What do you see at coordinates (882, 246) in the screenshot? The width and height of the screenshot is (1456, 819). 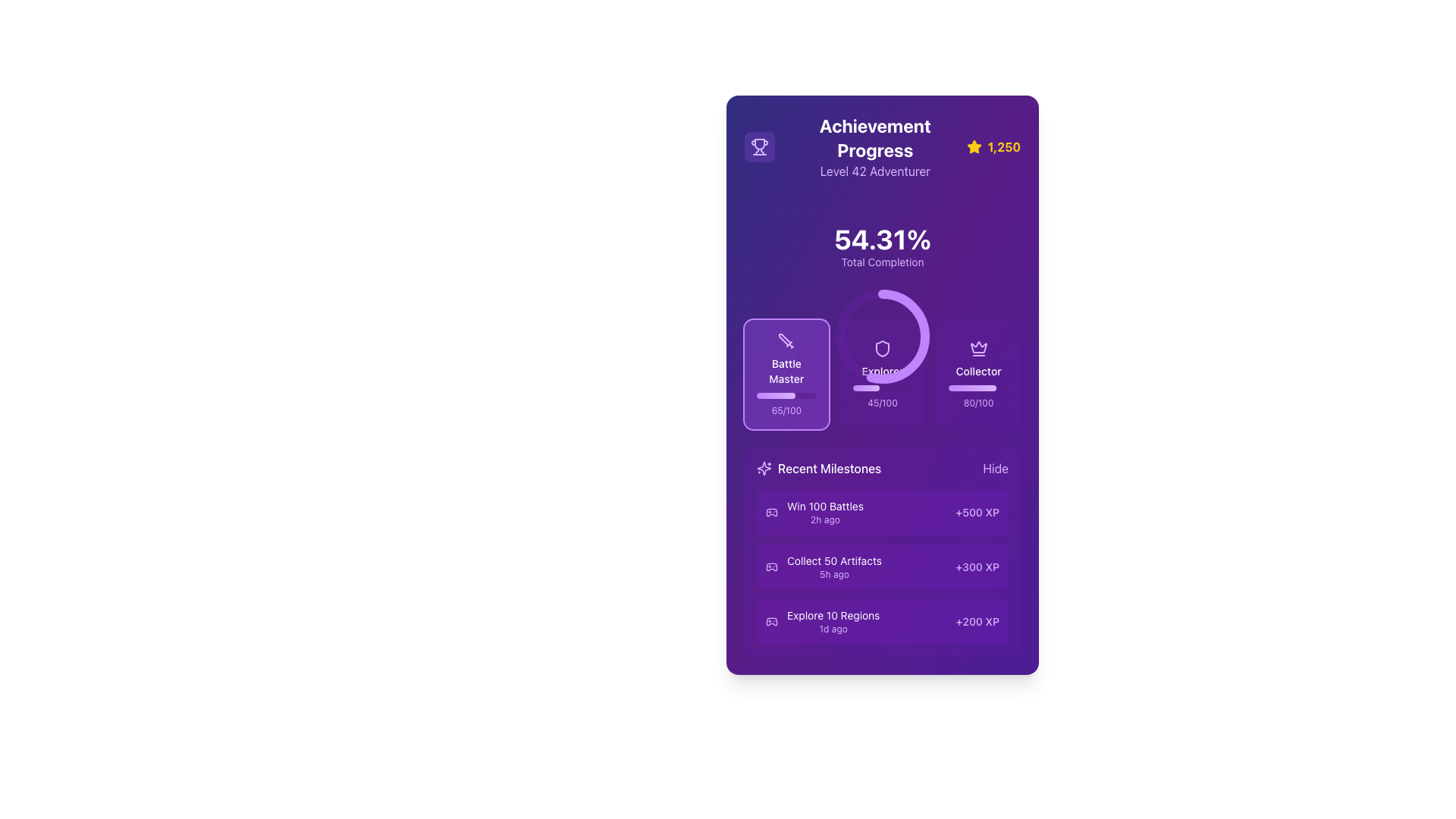 I see `the circular progress indicator element located within the 'Achievement Progress' card, which is positioned beneath the text '54.31%' and above the label 'Explore'` at bounding box center [882, 246].